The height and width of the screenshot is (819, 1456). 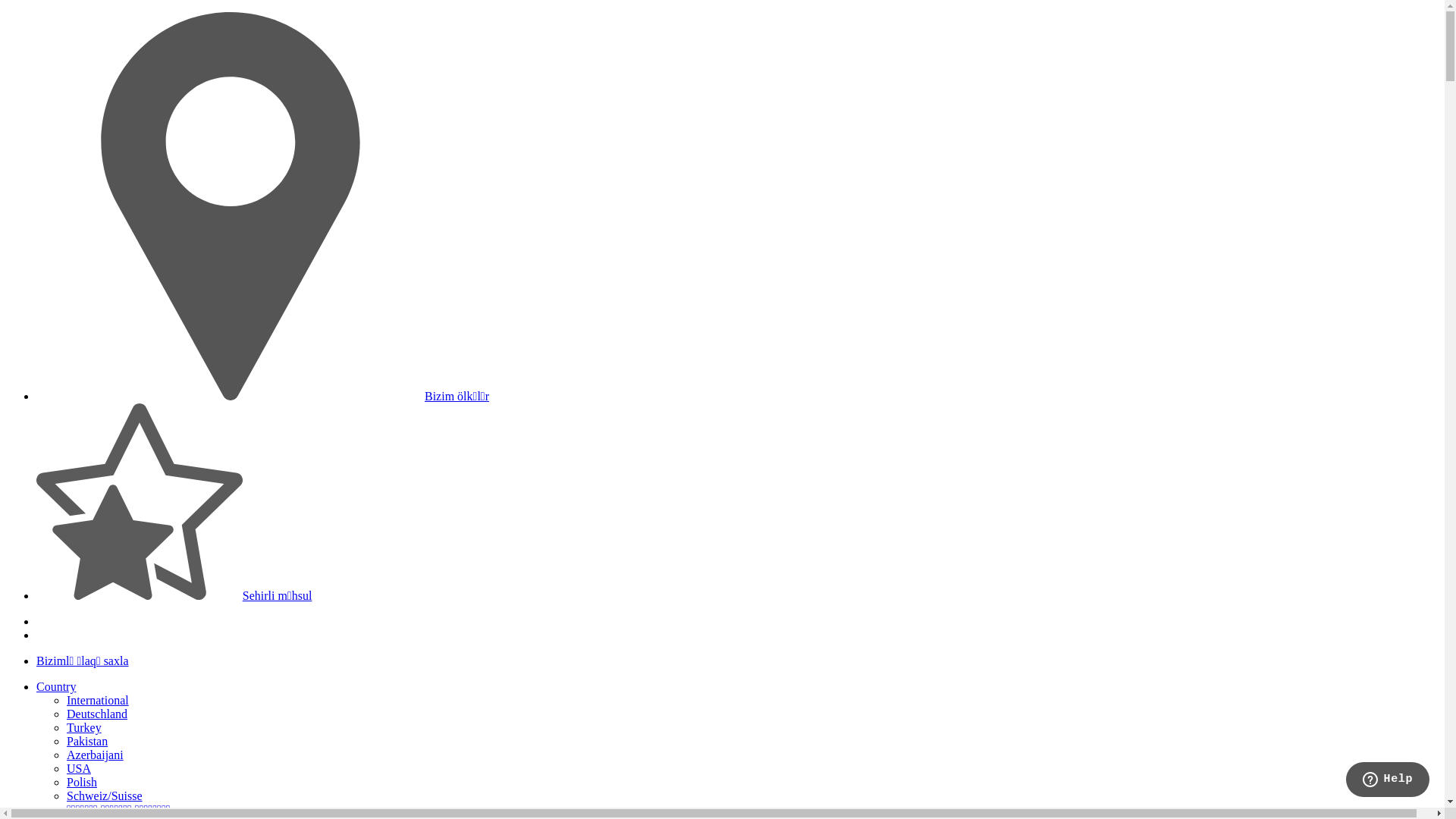 I want to click on 'Turkey', so click(x=83, y=726).